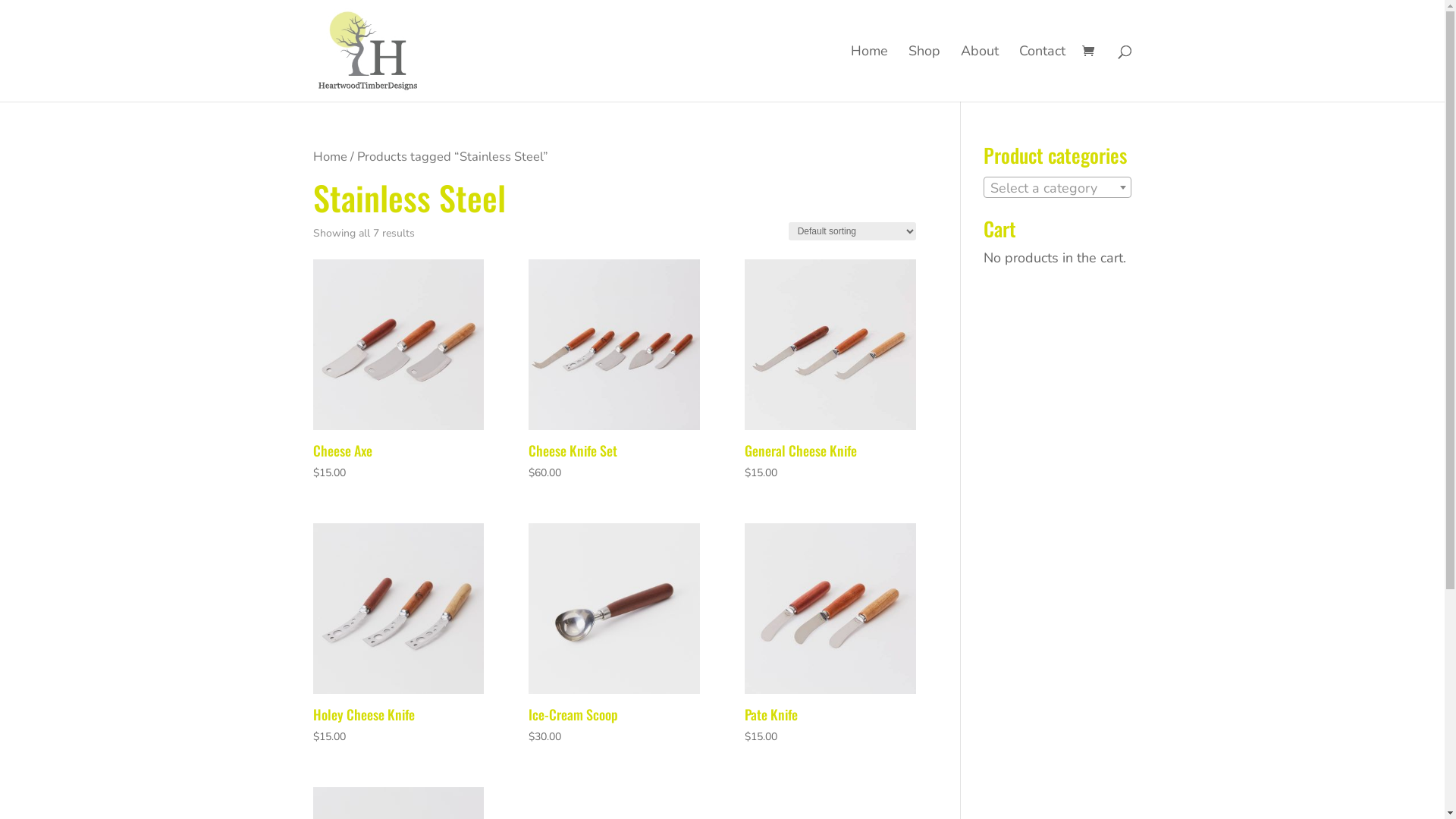 The height and width of the screenshot is (819, 1456). I want to click on 'Shop', so click(924, 73).